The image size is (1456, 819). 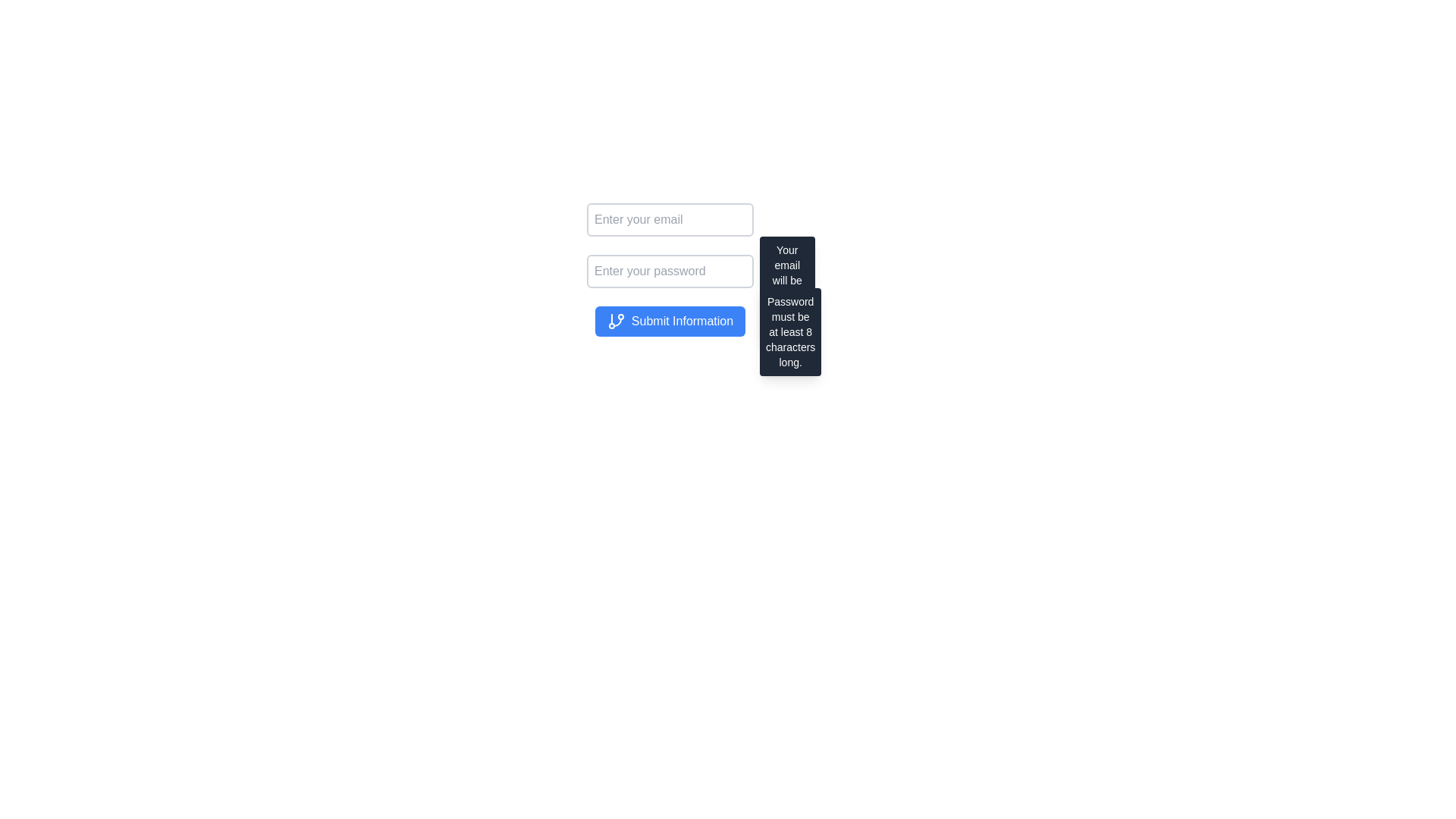 I want to click on the tooltip with white text on a dark gray background, positioned to the right of the 'Enter your email' input field, so click(x=787, y=288).